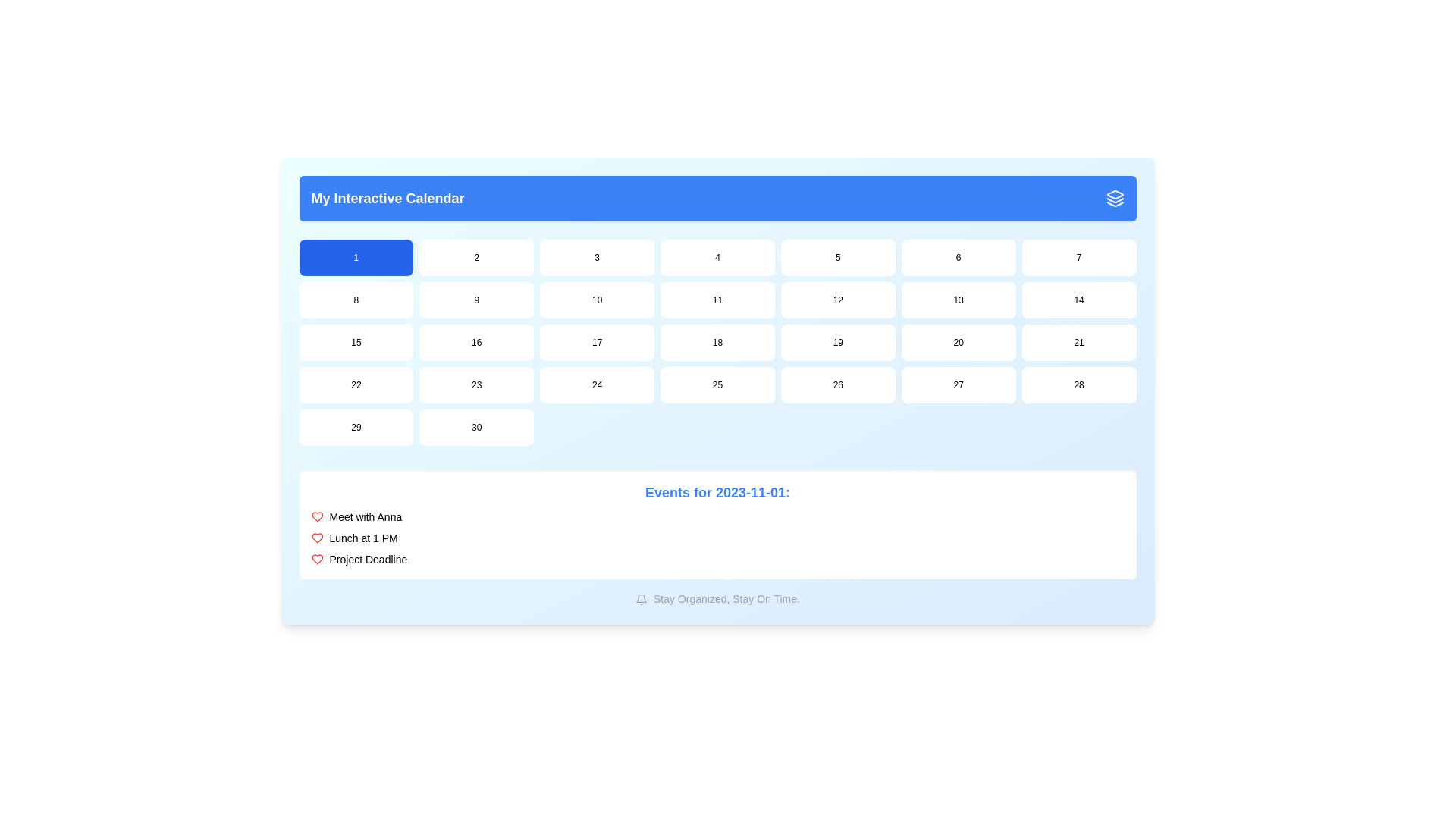  What do you see at coordinates (596, 342) in the screenshot?
I see `the button labeled '17' in the third row, third column of the grid layout` at bounding box center [596, 342].